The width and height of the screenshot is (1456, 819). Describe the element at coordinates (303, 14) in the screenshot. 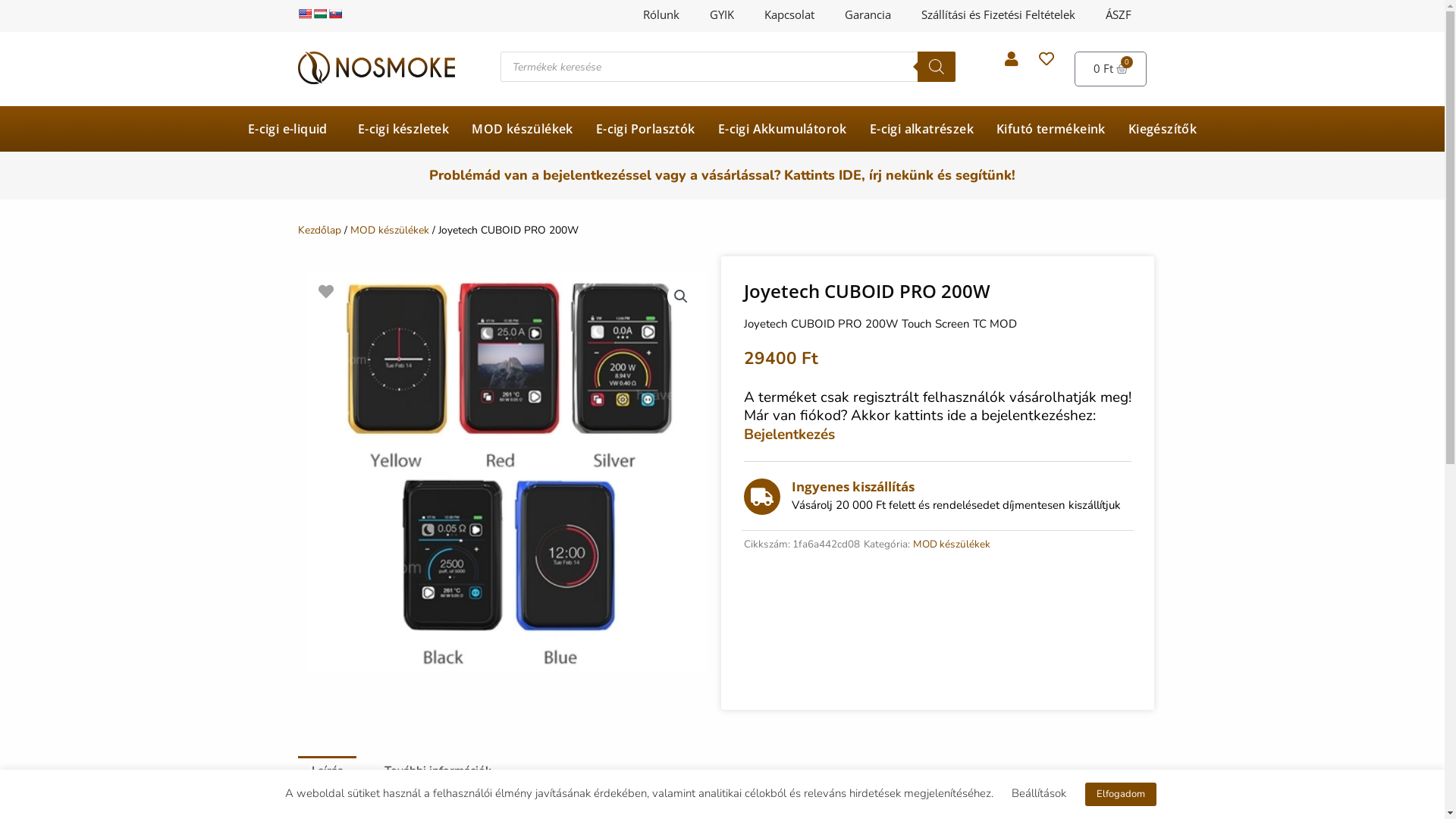

I see `'English'` at that location.